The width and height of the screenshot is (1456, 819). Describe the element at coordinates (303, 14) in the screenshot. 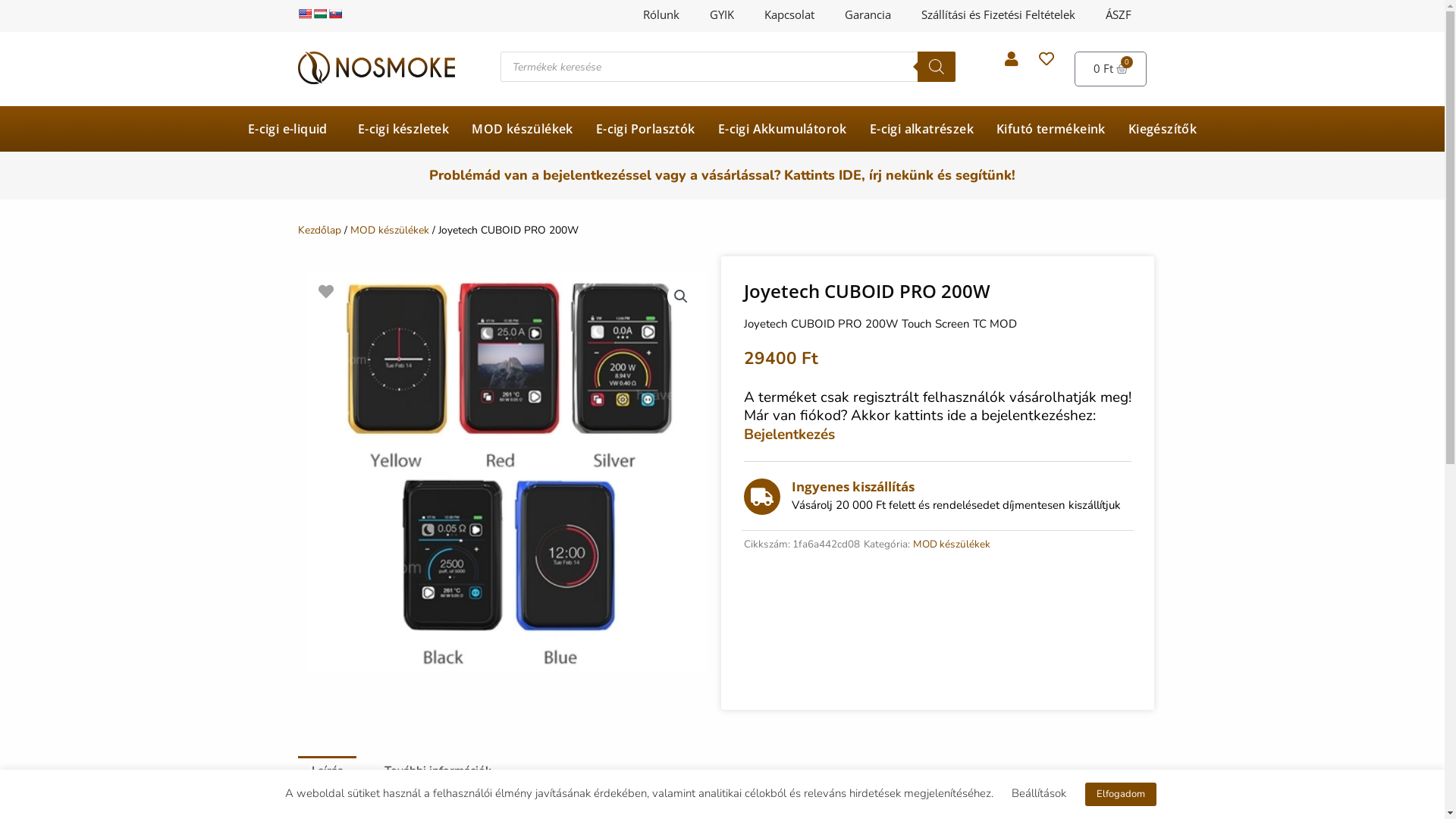

I see `'English'` at that location.